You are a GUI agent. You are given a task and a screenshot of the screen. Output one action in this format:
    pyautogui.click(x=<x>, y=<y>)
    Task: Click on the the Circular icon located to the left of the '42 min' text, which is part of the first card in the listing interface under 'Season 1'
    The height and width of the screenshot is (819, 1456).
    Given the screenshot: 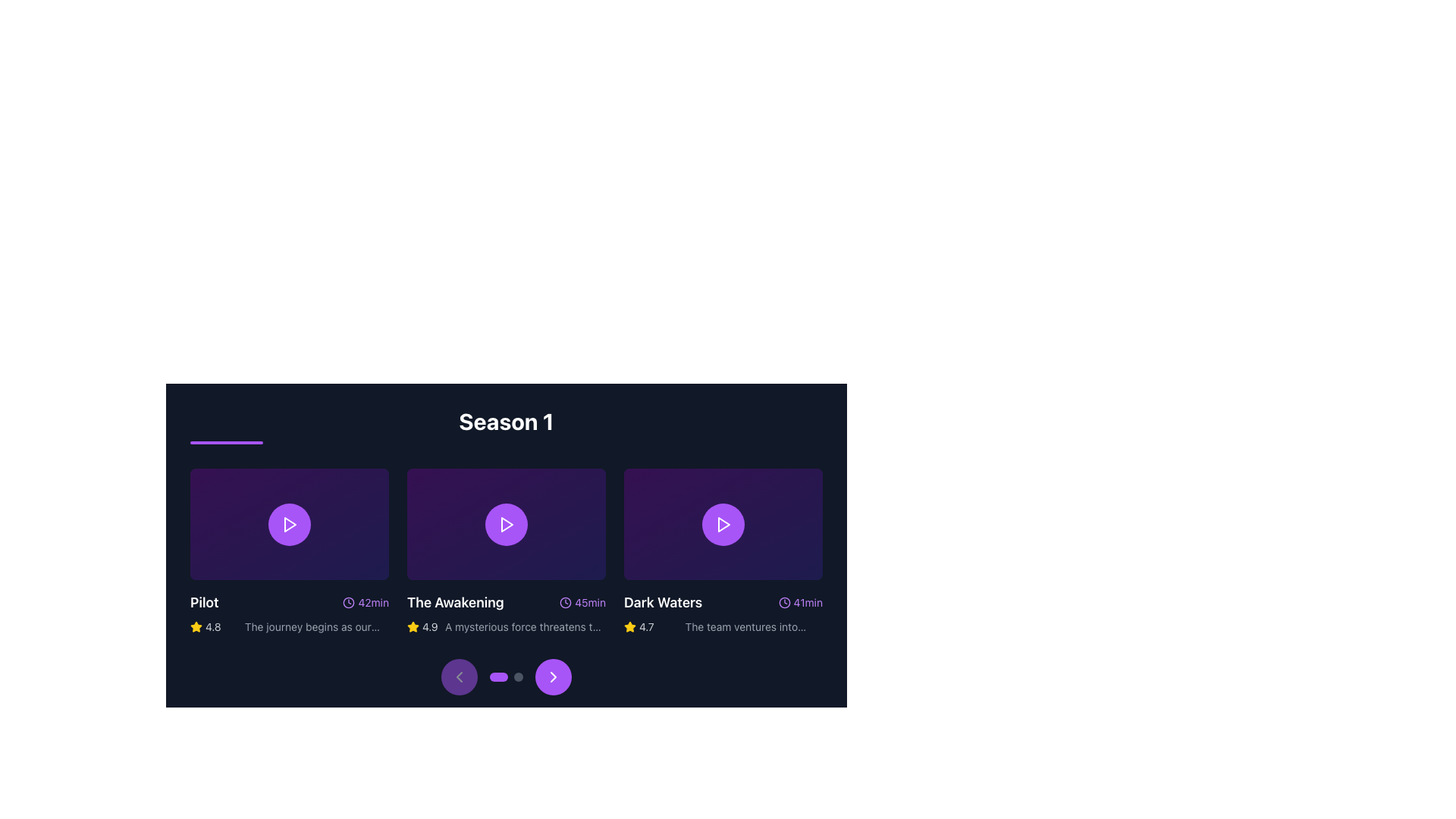 What is the action you would take?
    pyautogui.click(x=348, y=602)
    